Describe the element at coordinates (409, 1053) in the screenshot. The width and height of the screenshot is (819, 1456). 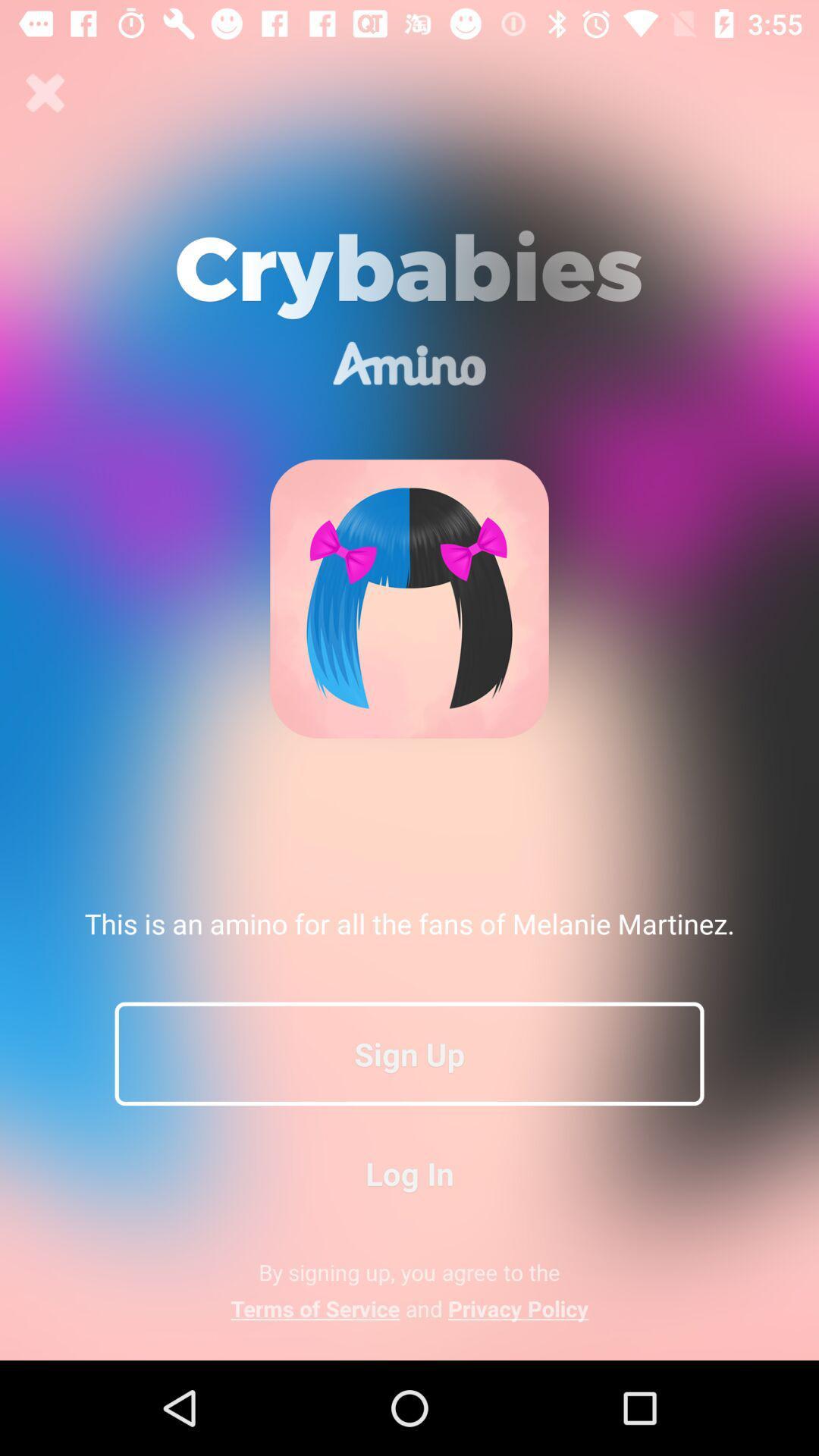
I see `button above the log in` at that location.